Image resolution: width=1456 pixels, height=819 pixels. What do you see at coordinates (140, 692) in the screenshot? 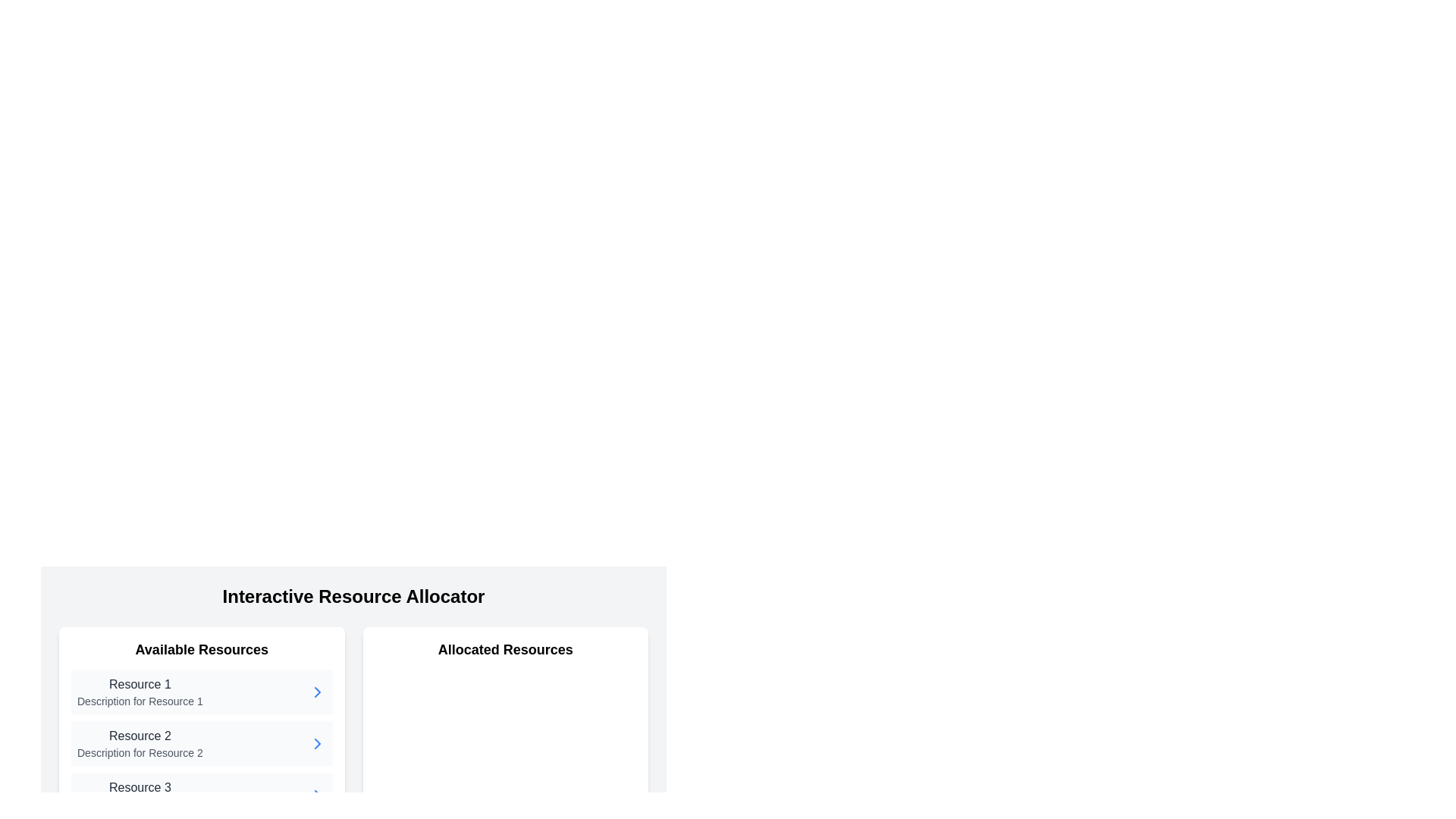
I see `the first list item under 'Available Resources' which contains 'Resource 1' in bold and 'Description for Resource 1' in smaller gray font` at bounding box center [140, 692].